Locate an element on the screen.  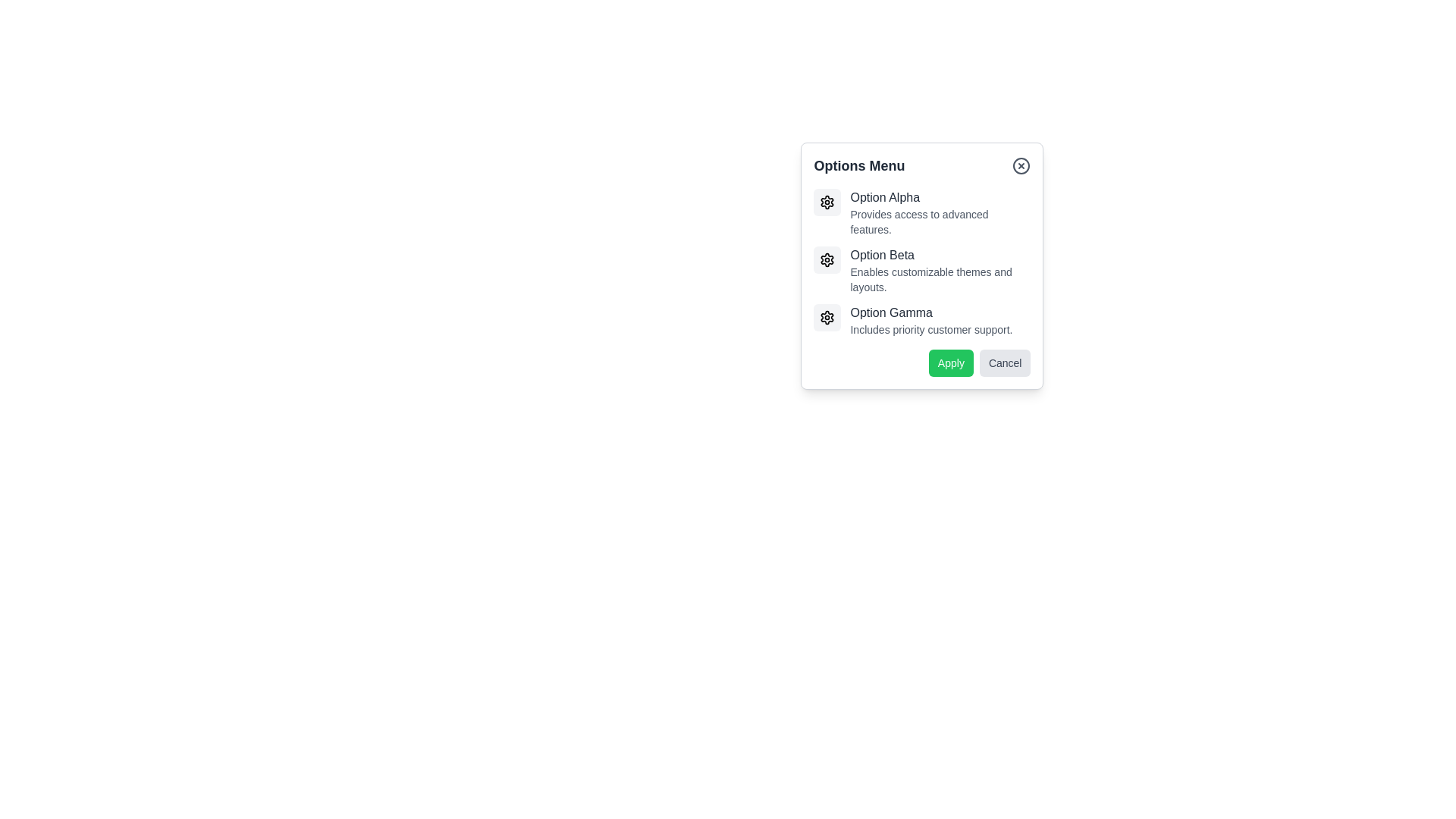
the 'Option Beta' menu item located in the Options Menu is located at coordinates (971, 251).